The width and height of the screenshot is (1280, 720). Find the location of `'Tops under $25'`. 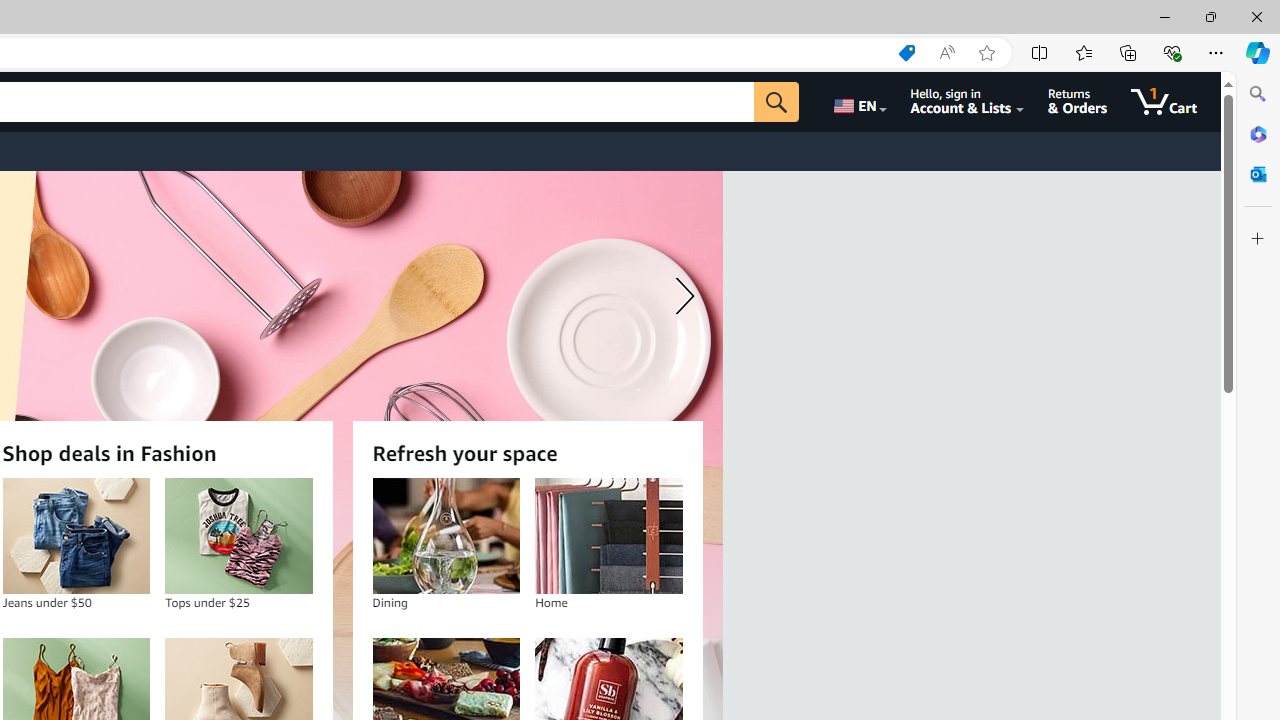

'Tops under $25' is located at coordinates (239, 535).